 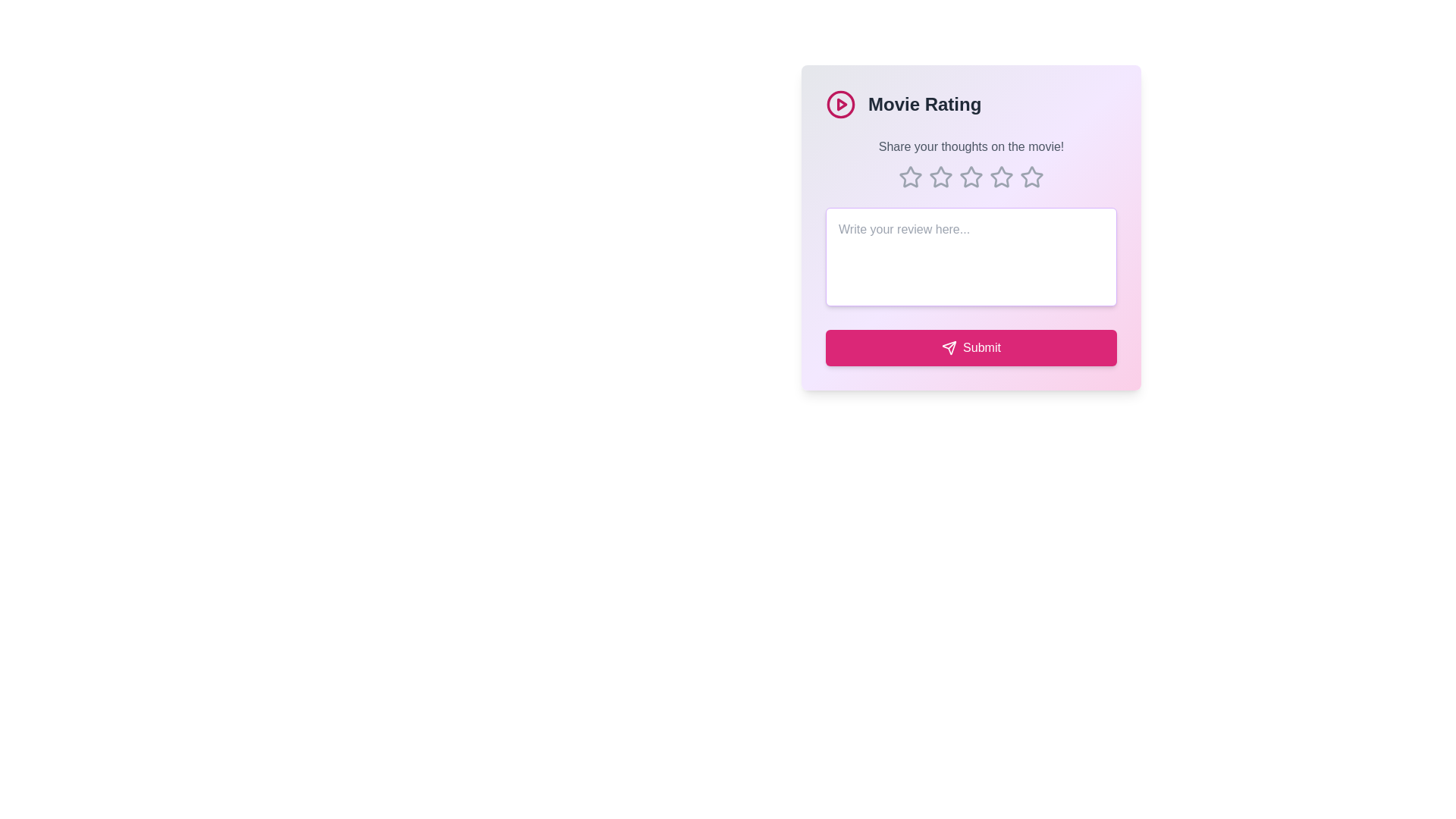 What do you see at coordinates (910, 177) in the screenshot?
I see `the first star icon in the horizontal row of rating stars located under the title 'Share your thoughts on the movie!'` at bounding box center [910, 177].